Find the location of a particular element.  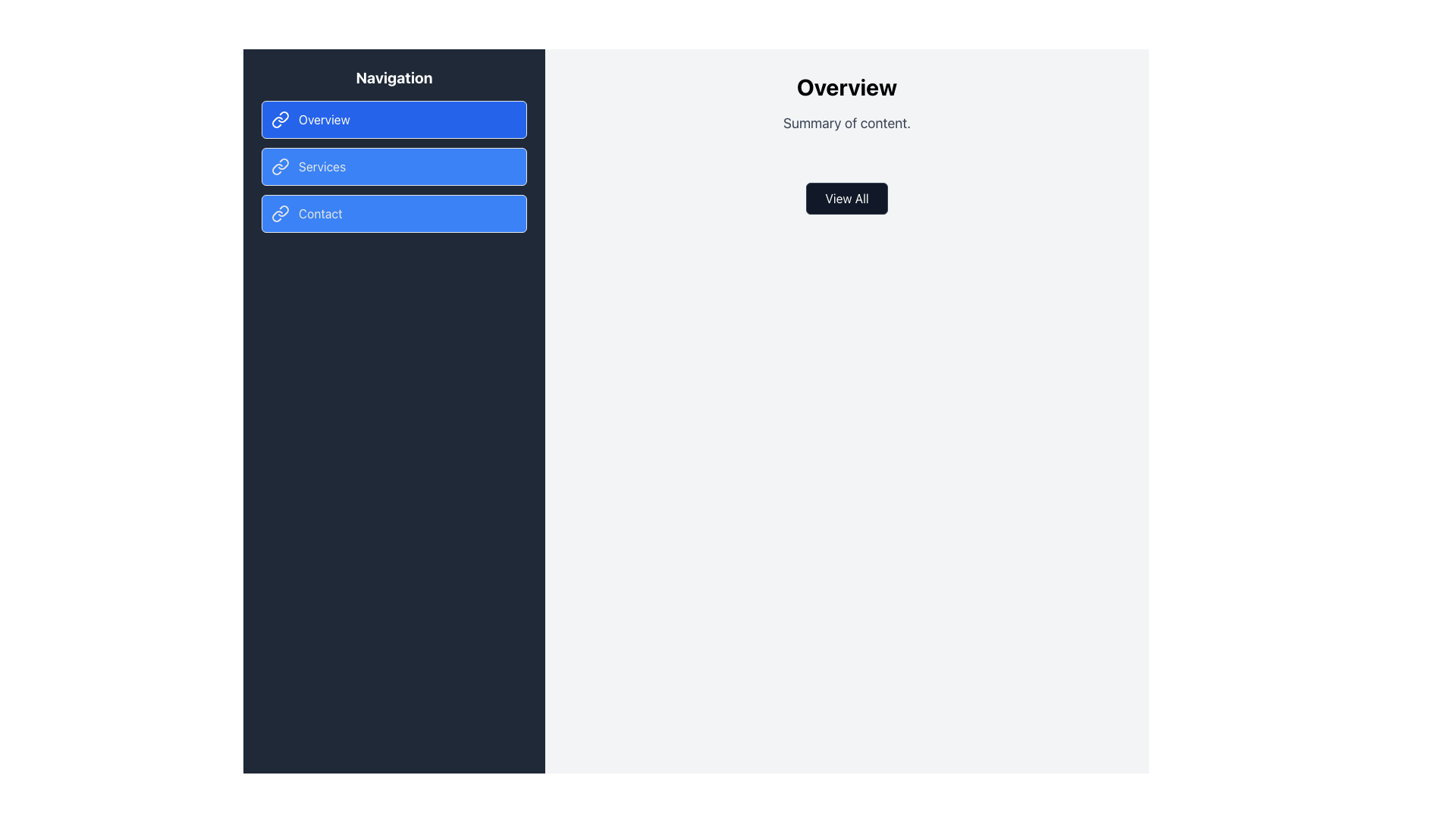

the button located centrally beneath the title 'Overview' and the brief text 'Summary of content.' is located at coordinates (846, 198).